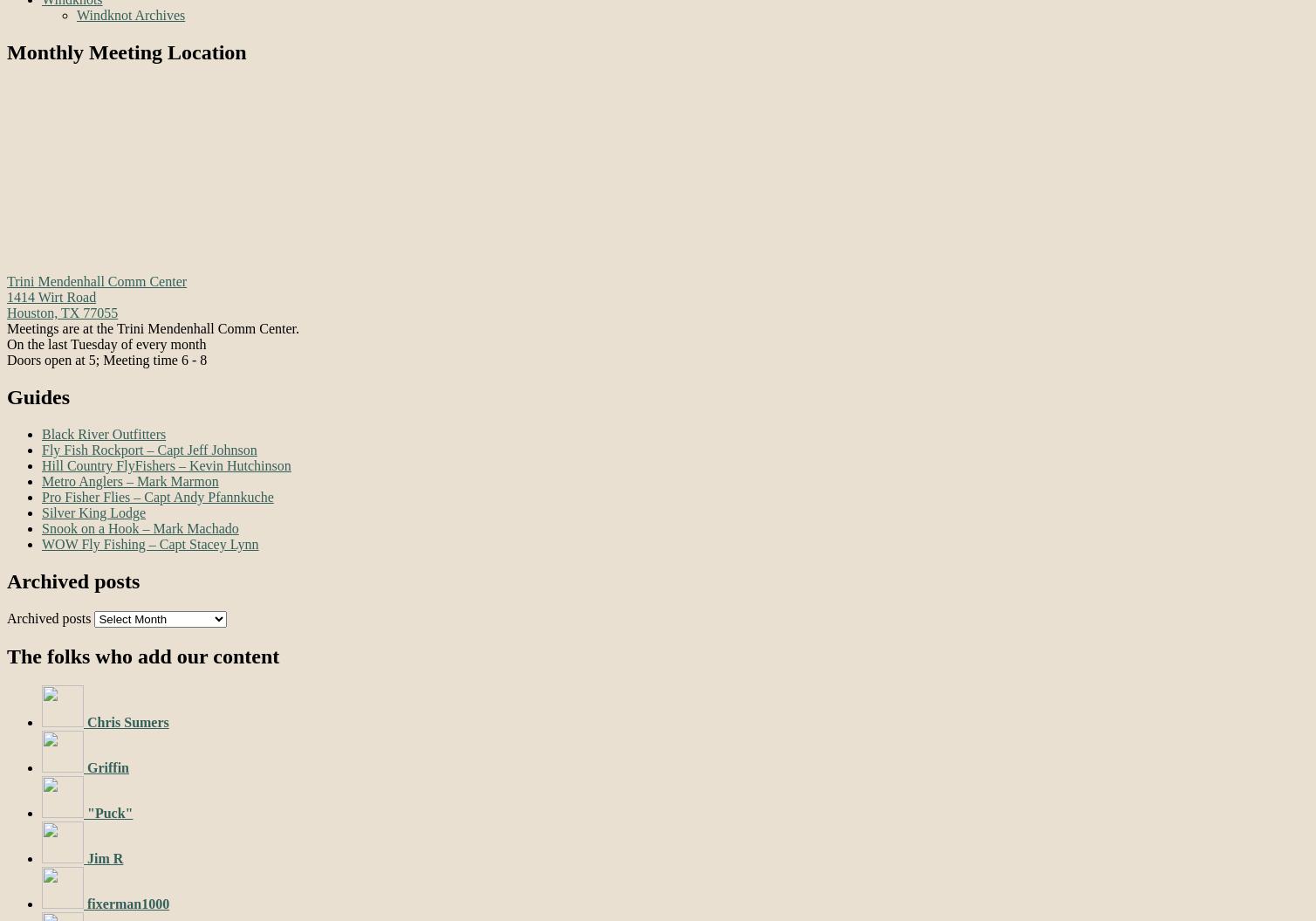  What do you see at coordinates (106, 343) in the screenshot?
I see `'On the last Tuesday of every month'` at bounding box center [106, 343].